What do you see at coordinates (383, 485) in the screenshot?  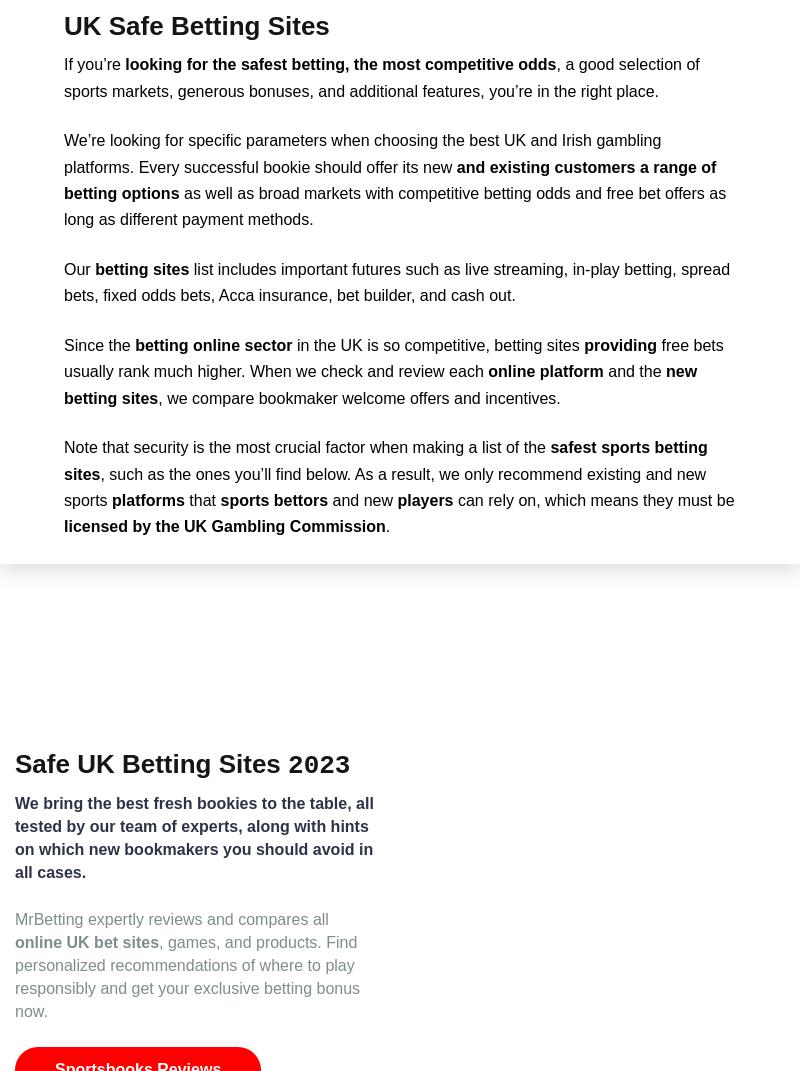 I see `', such as the ones you’ll find below. As a result, we only recommend existing and new sports'` at bounding box center [383, 485].